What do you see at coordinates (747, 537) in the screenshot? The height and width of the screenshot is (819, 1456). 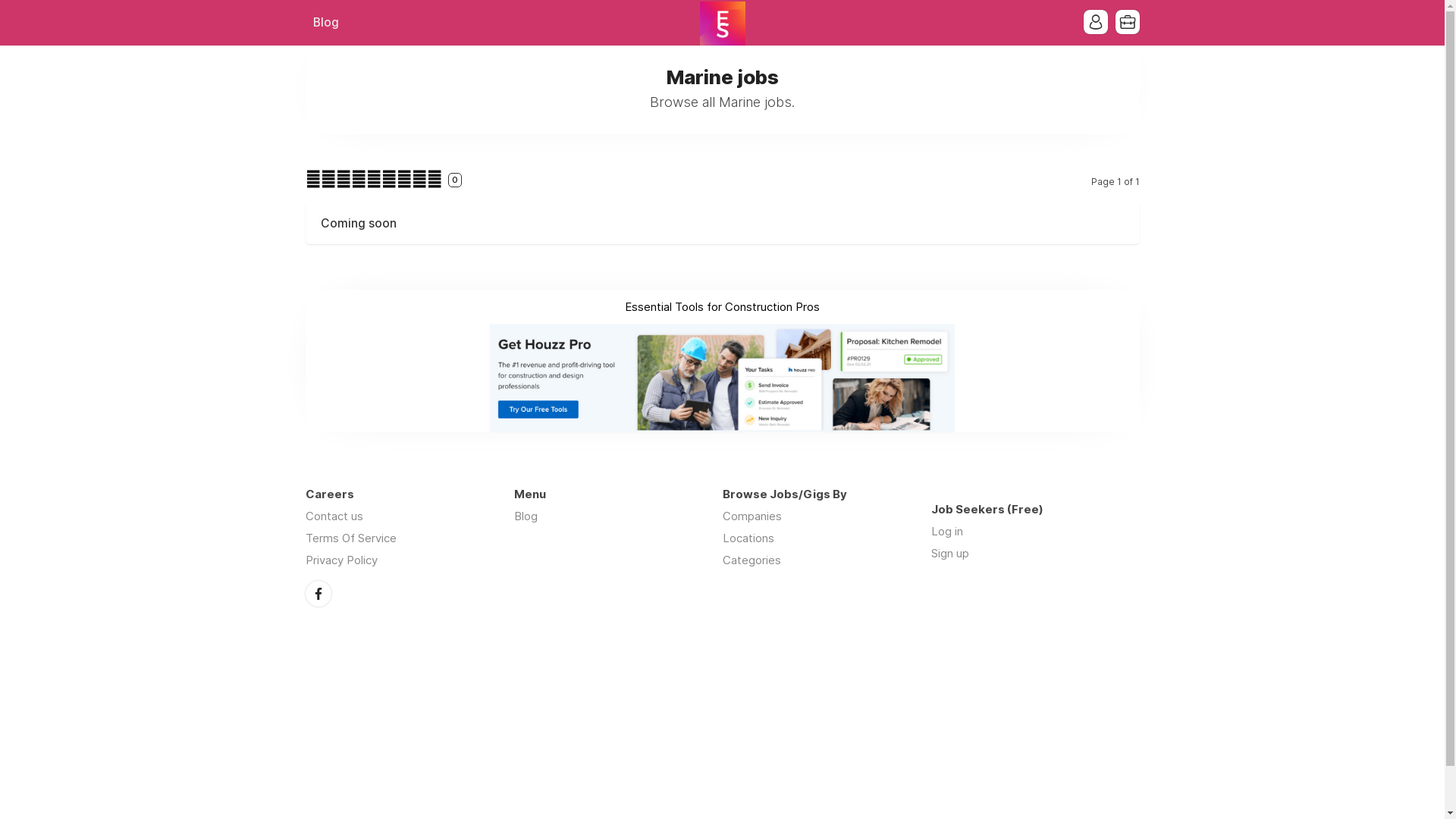 I see `'Locations'` at bounding box center [747, 537].